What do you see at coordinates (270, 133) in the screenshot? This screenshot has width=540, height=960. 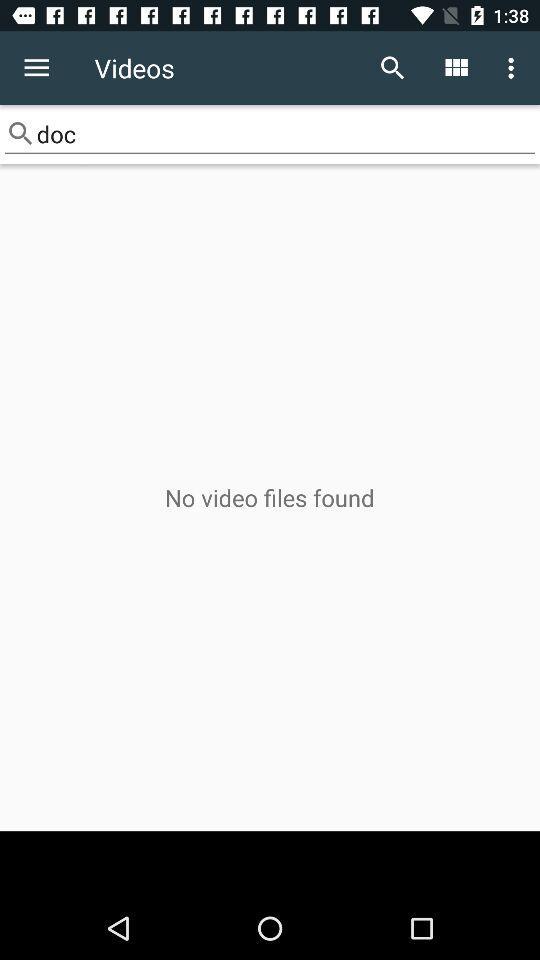 I see `icon at the top` at bounding box center [270, 133].